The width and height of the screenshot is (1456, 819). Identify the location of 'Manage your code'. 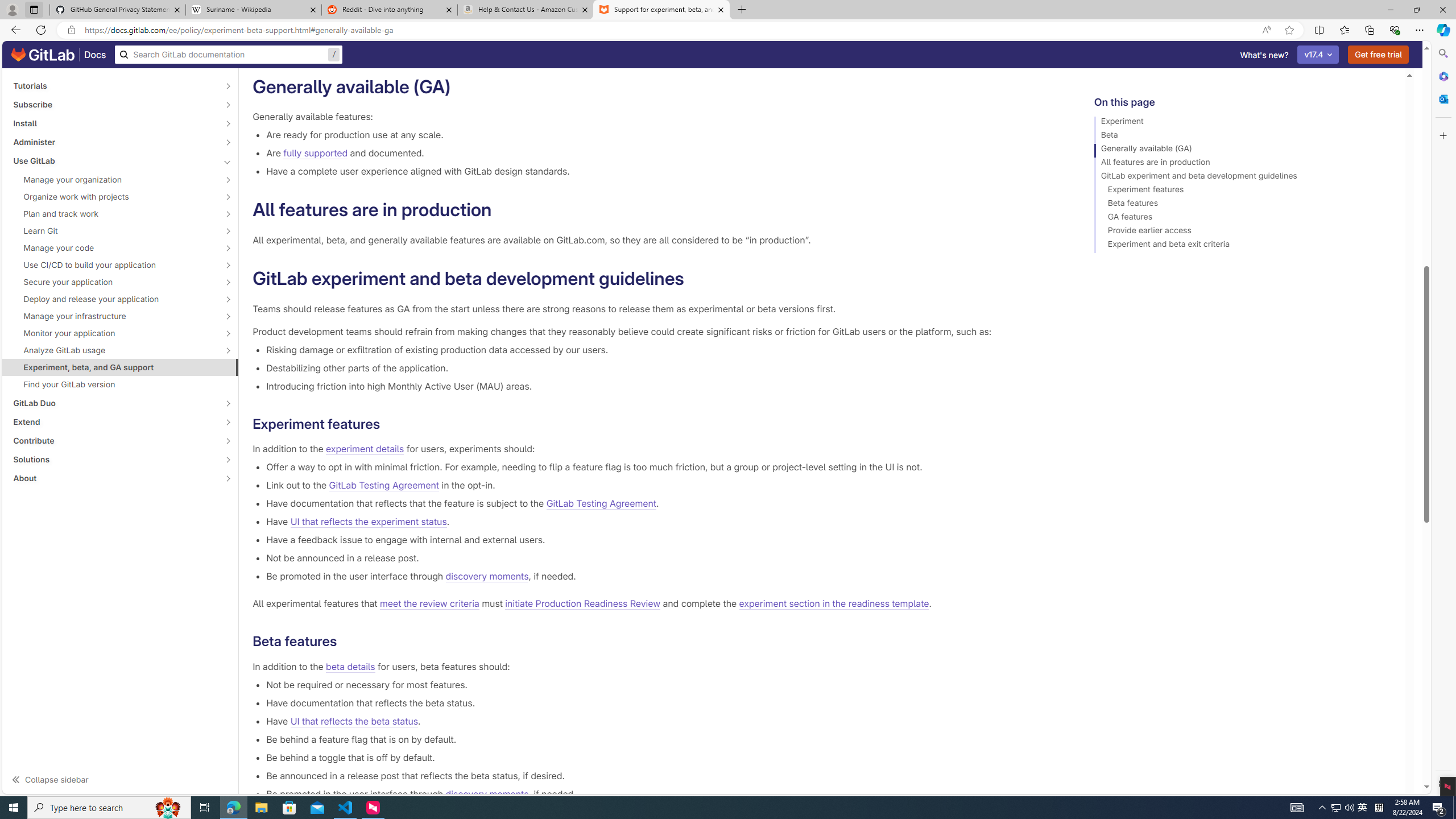
(113, 247).